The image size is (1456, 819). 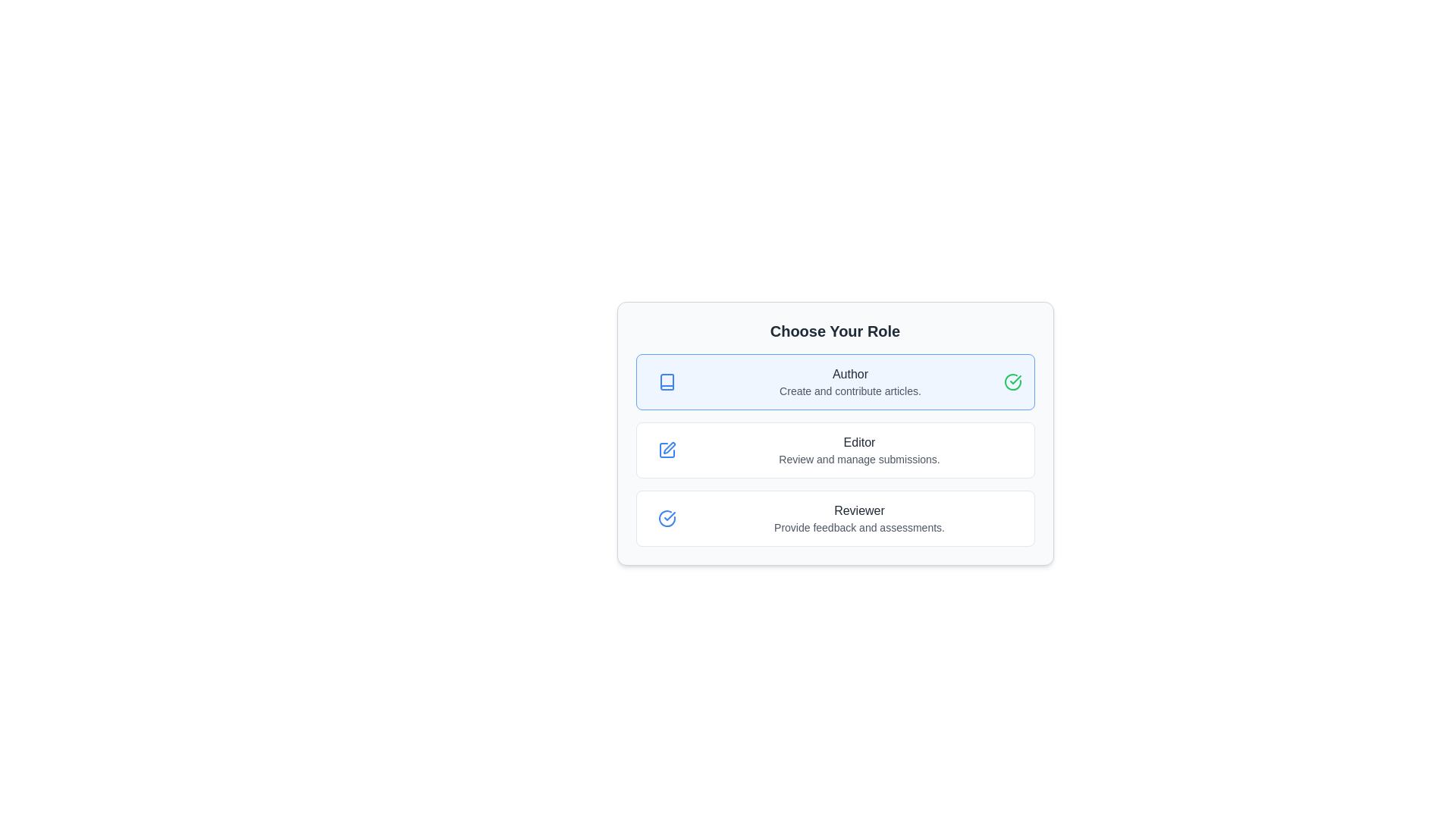 I want to click on the text element that reads 'Create and contribute articles.' located beneath the 'Author' label, so click(x=850, y=391).